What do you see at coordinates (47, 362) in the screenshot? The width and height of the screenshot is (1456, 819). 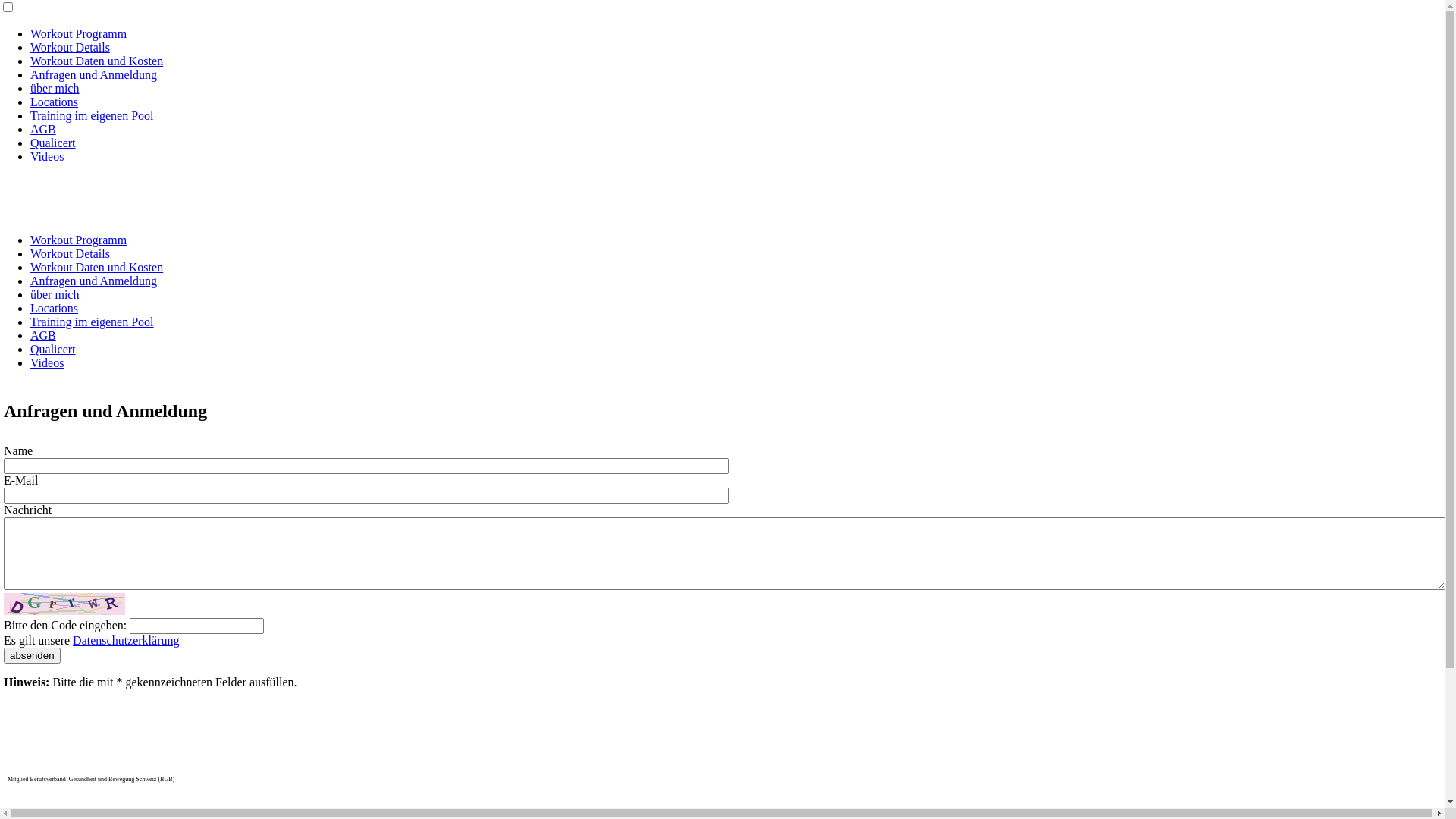 I see `'Videos'` at bounding box center [47, 362].